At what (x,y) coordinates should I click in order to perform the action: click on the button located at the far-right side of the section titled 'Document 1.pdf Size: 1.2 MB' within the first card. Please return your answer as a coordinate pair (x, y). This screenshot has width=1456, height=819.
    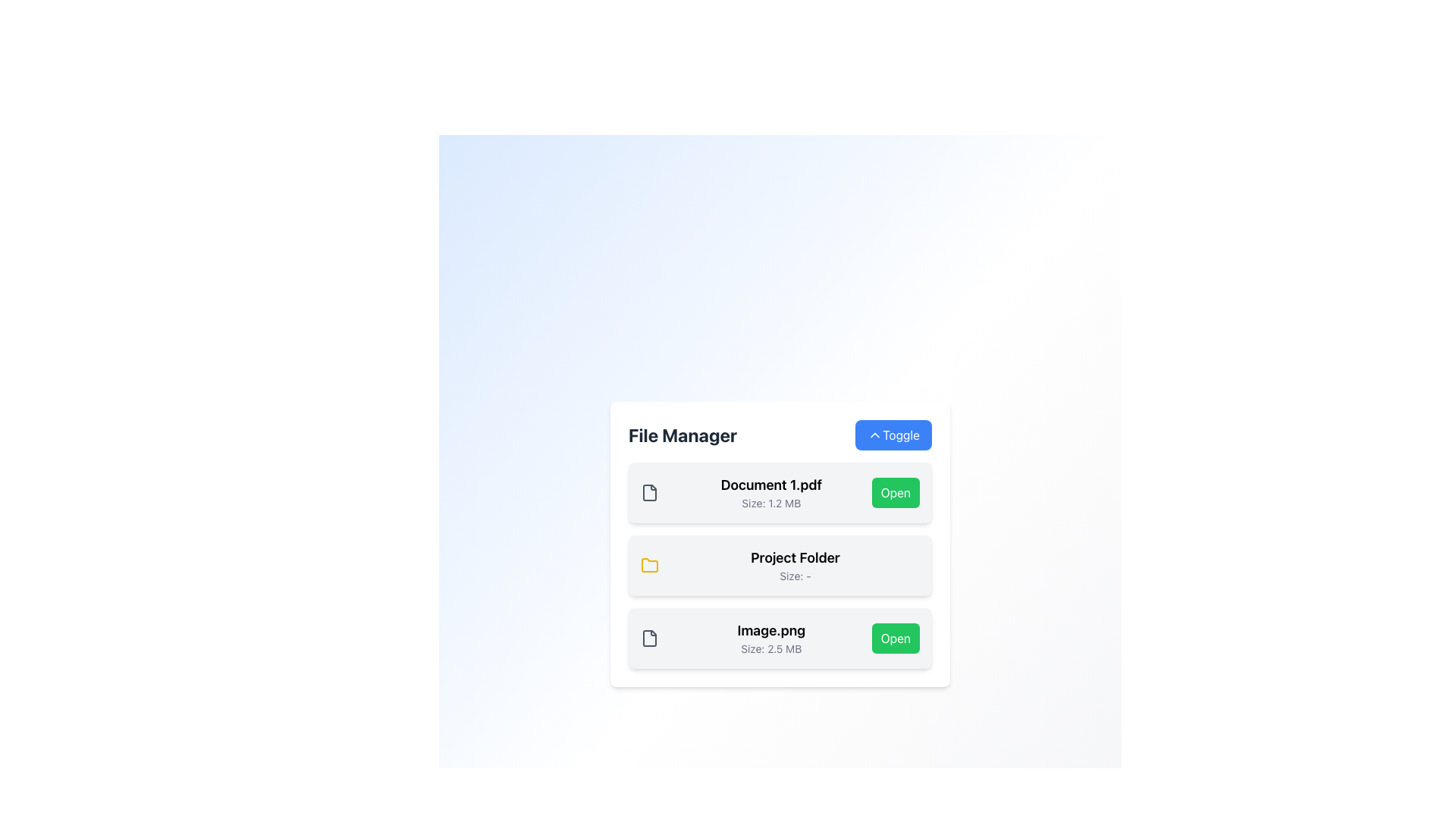
    Looking at the image, I should click on (895, 493).